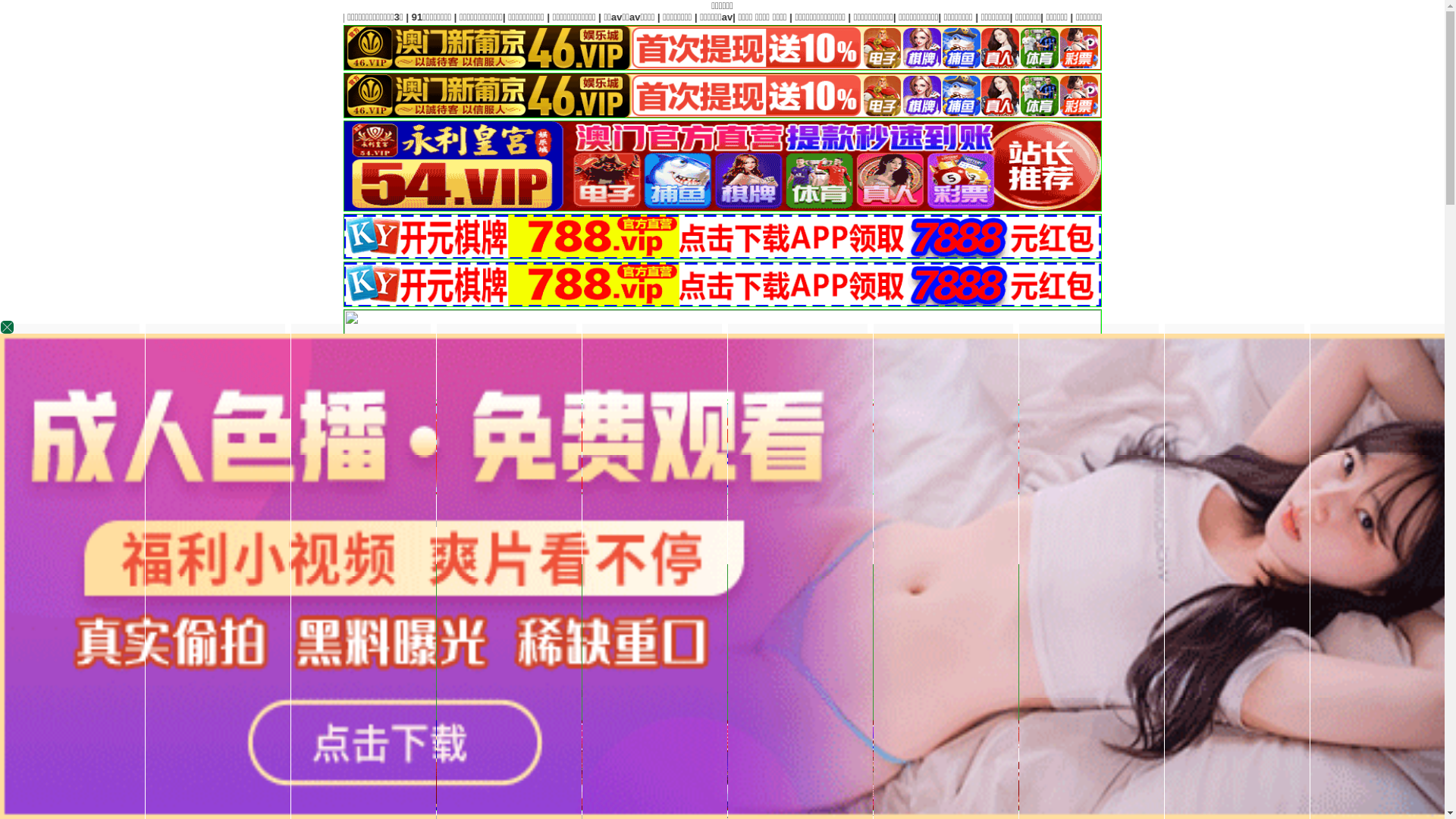  Describe the element at coordinates (1216, 17) in the screenshot. I see `'|'` at that location.